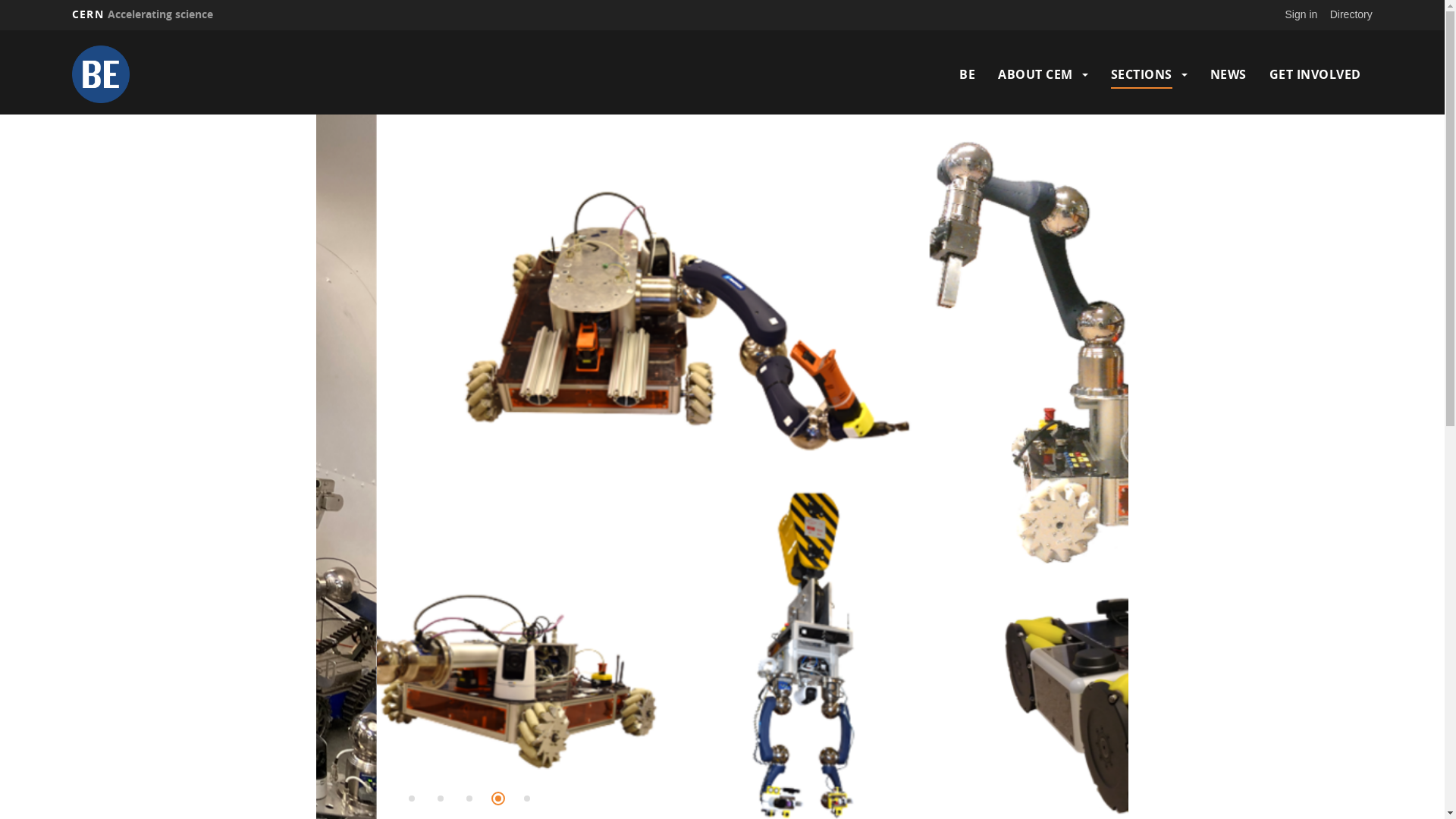  I want to click on 'ABOUT CEM', so click(997, 74).